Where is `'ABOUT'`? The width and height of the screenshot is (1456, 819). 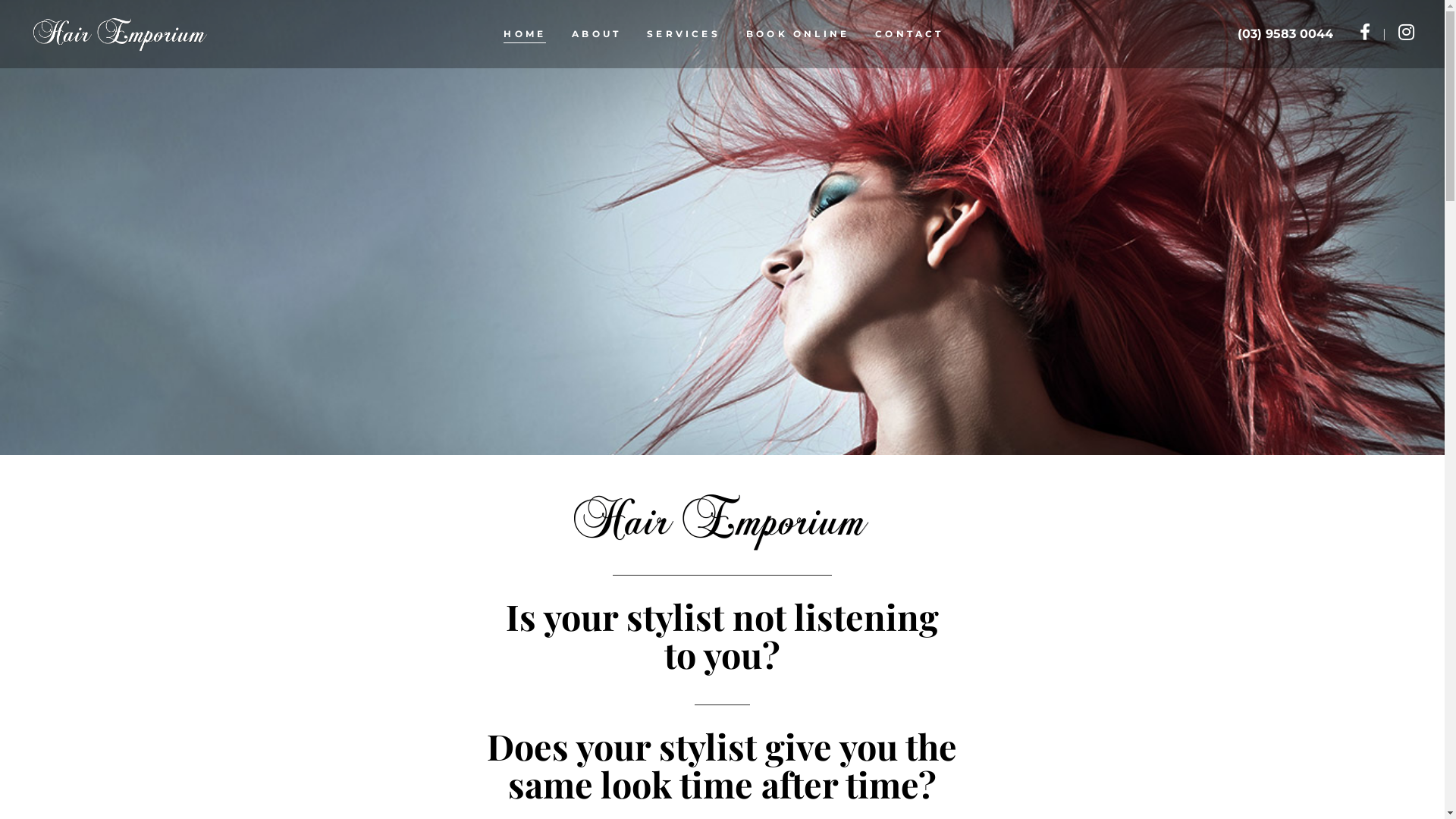 'ABOUT' is located at coordinates (558, 34).